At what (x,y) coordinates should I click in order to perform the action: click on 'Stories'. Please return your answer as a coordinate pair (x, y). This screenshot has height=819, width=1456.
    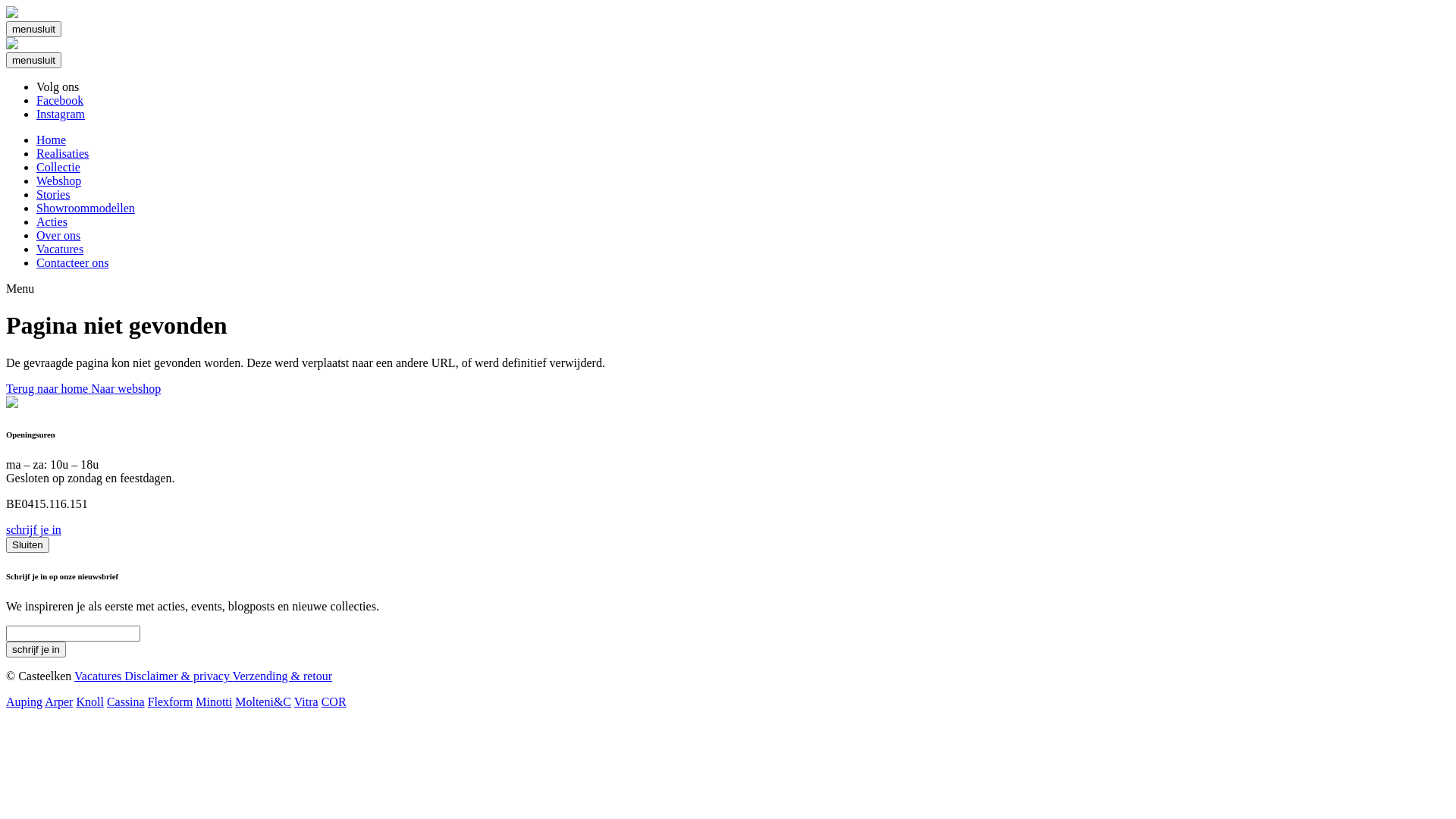
    Looking at the image, I should click on (53, 193).